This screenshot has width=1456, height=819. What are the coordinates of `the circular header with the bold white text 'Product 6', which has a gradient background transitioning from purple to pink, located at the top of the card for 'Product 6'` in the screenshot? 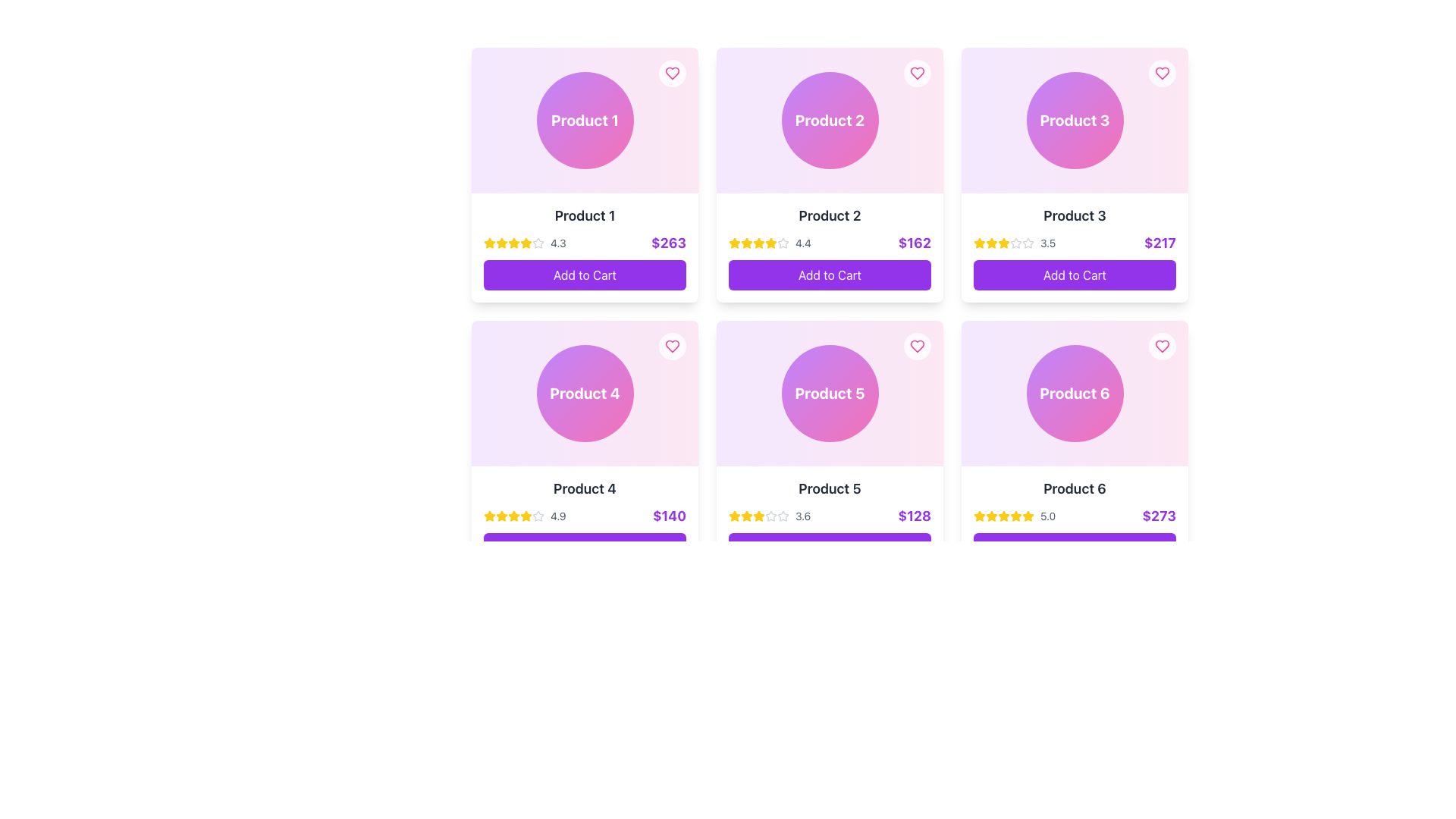 It's located at (1074, 393).